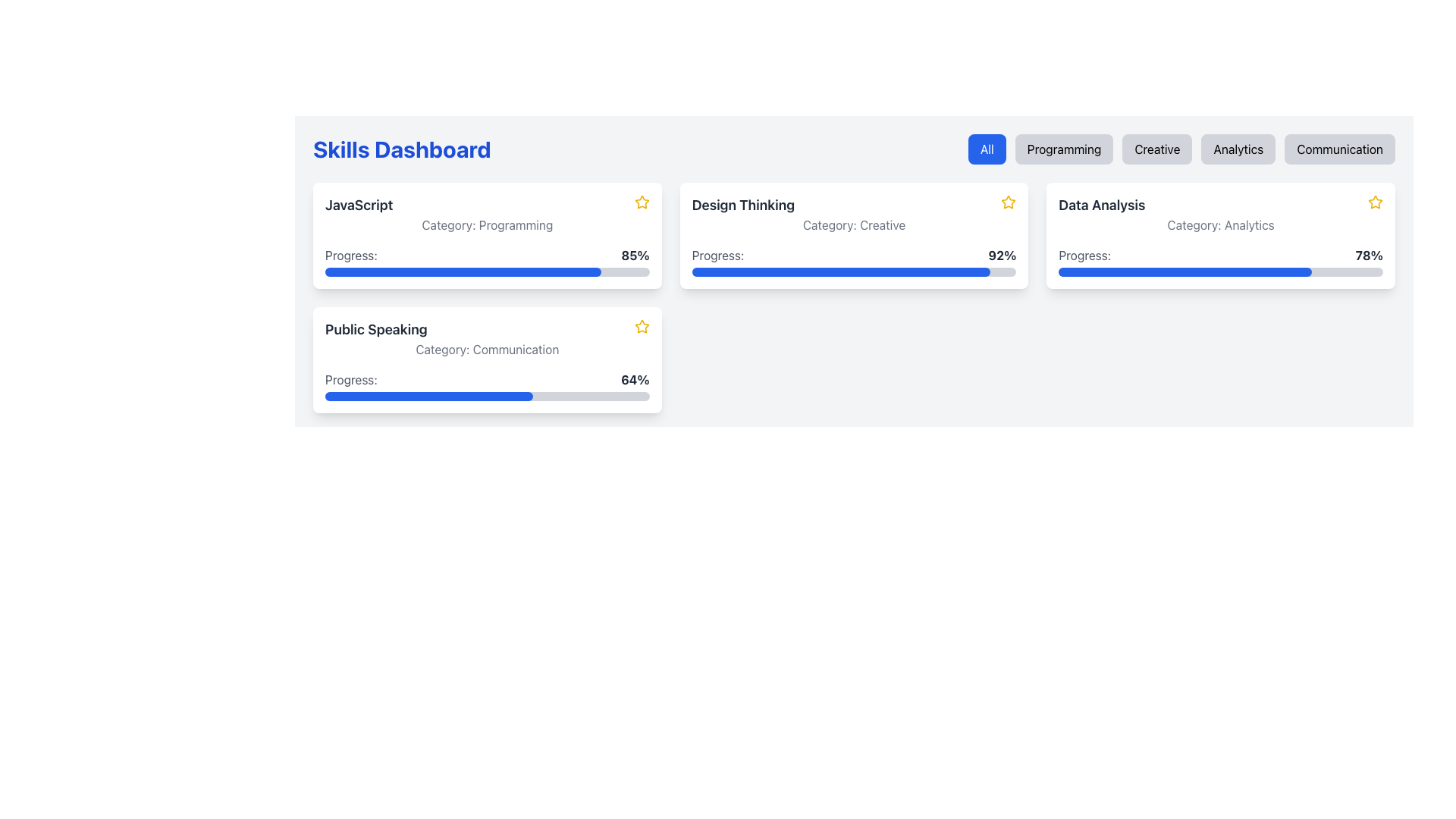 The width and height of the screenshot is (1456, 819). I want to click on the filled portion of the progress bar located under the text 'Progress:' within the 'JavaScript' skill card at the top-left corner of the interface, so click(462, 271).